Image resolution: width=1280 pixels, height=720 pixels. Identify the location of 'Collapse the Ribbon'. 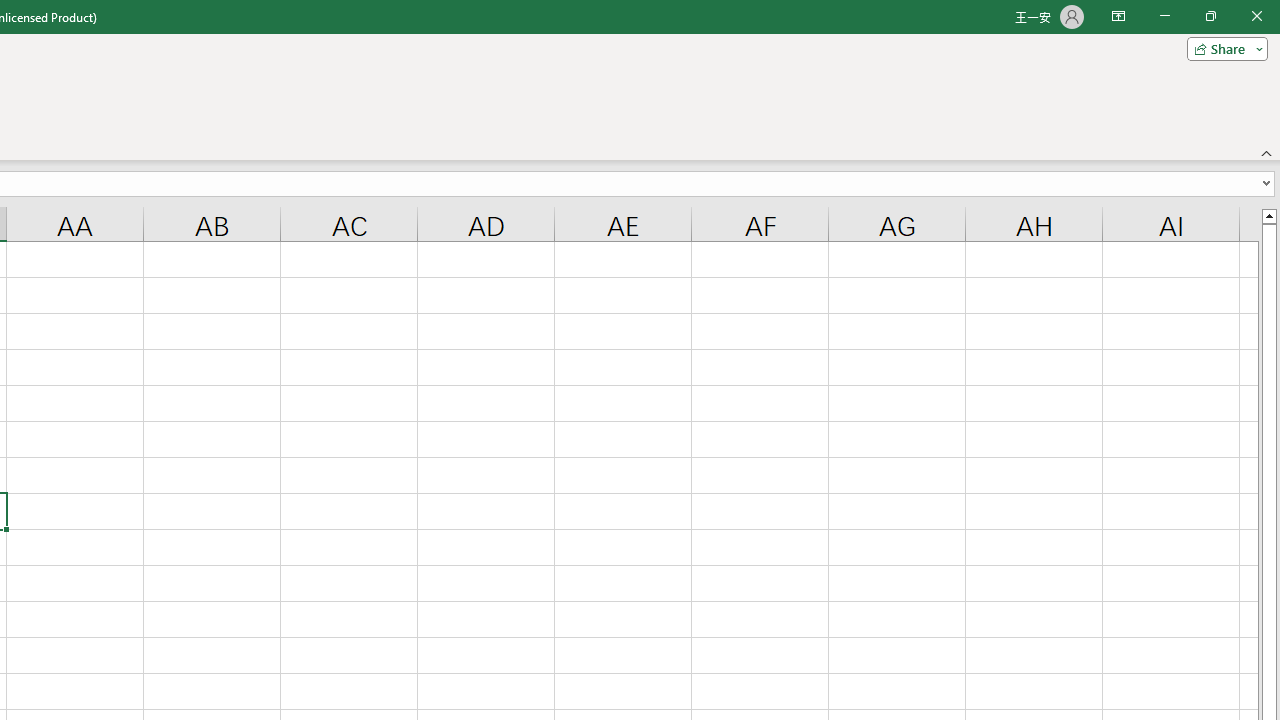
(1266, 152).